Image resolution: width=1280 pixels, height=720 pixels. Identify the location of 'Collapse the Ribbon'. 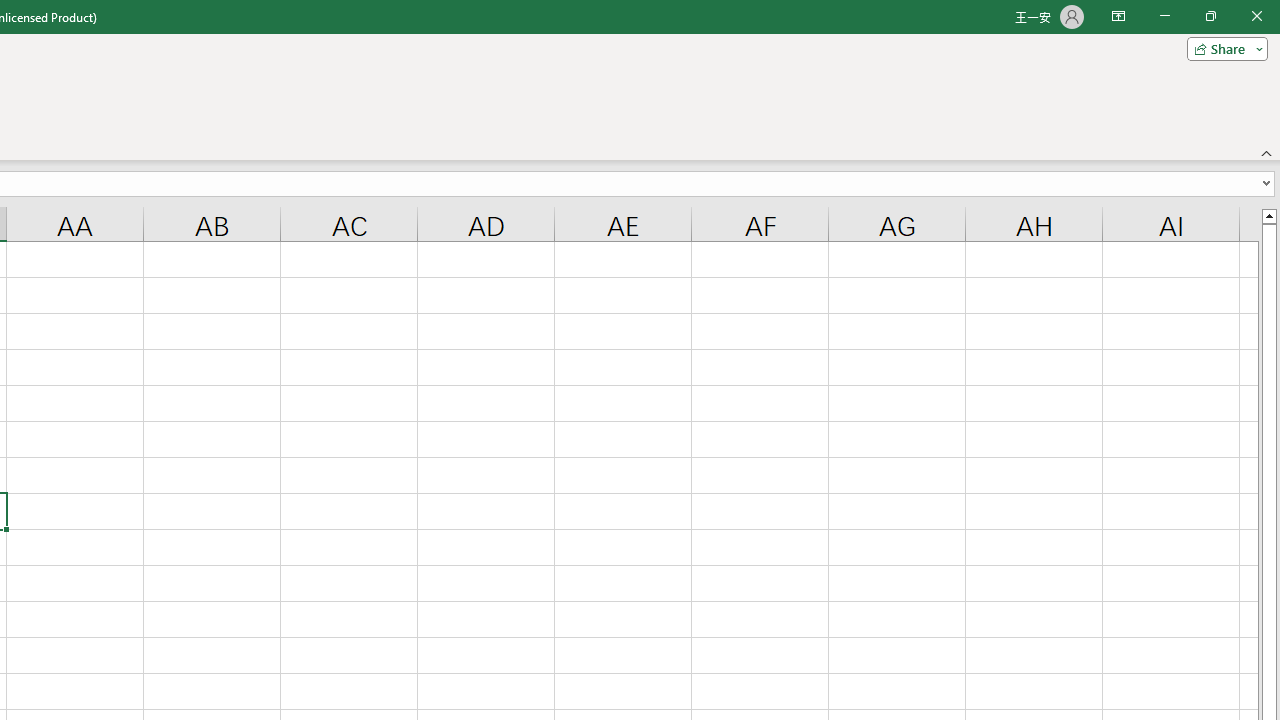
(1266, 152).